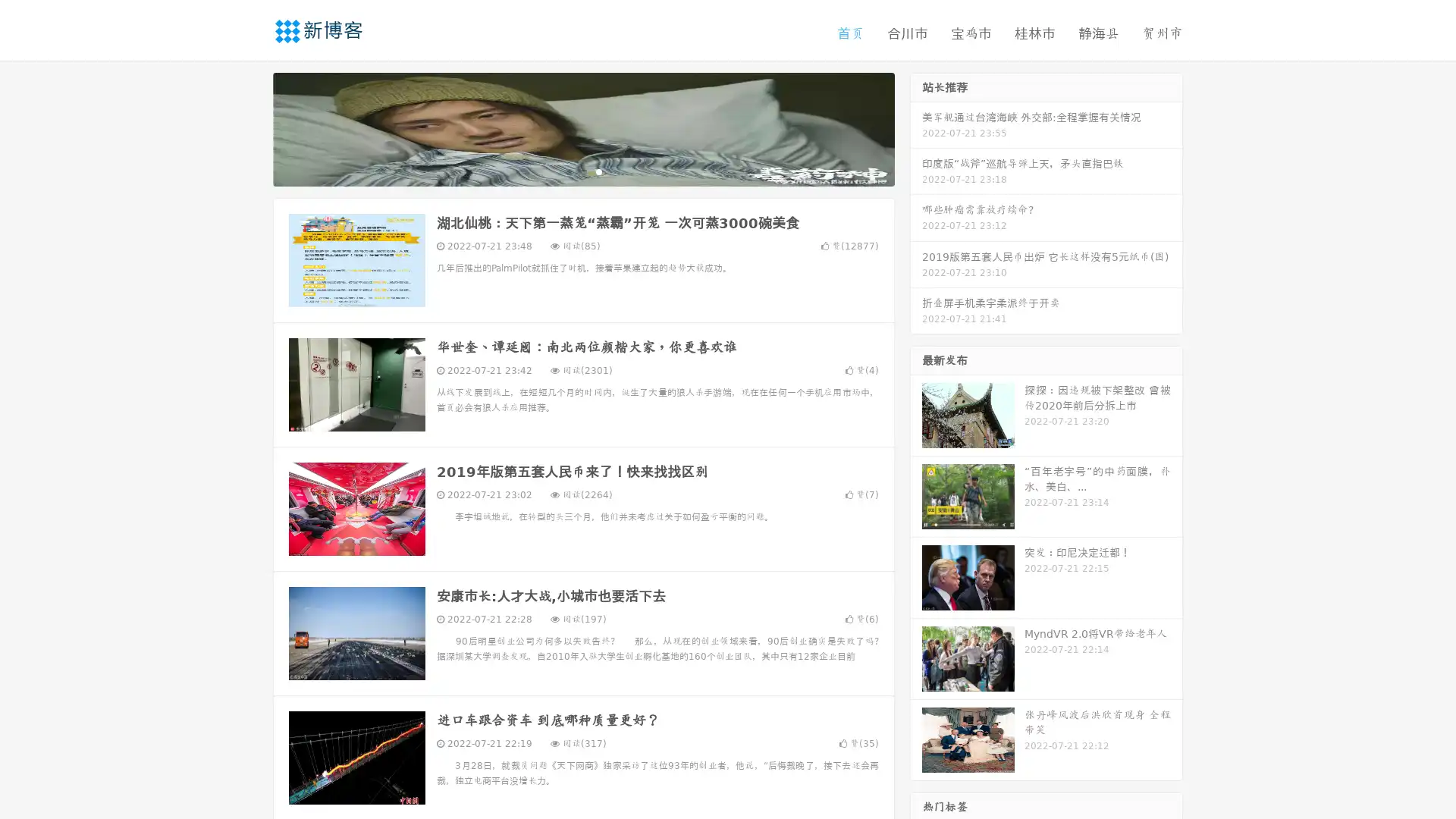 Image resolution: width=1456 pixels, height=819 pixels. What do you see at coordinates (598, 171) in the screenshot?
I see `Go to slide 3` at bounding box center [598, 171].